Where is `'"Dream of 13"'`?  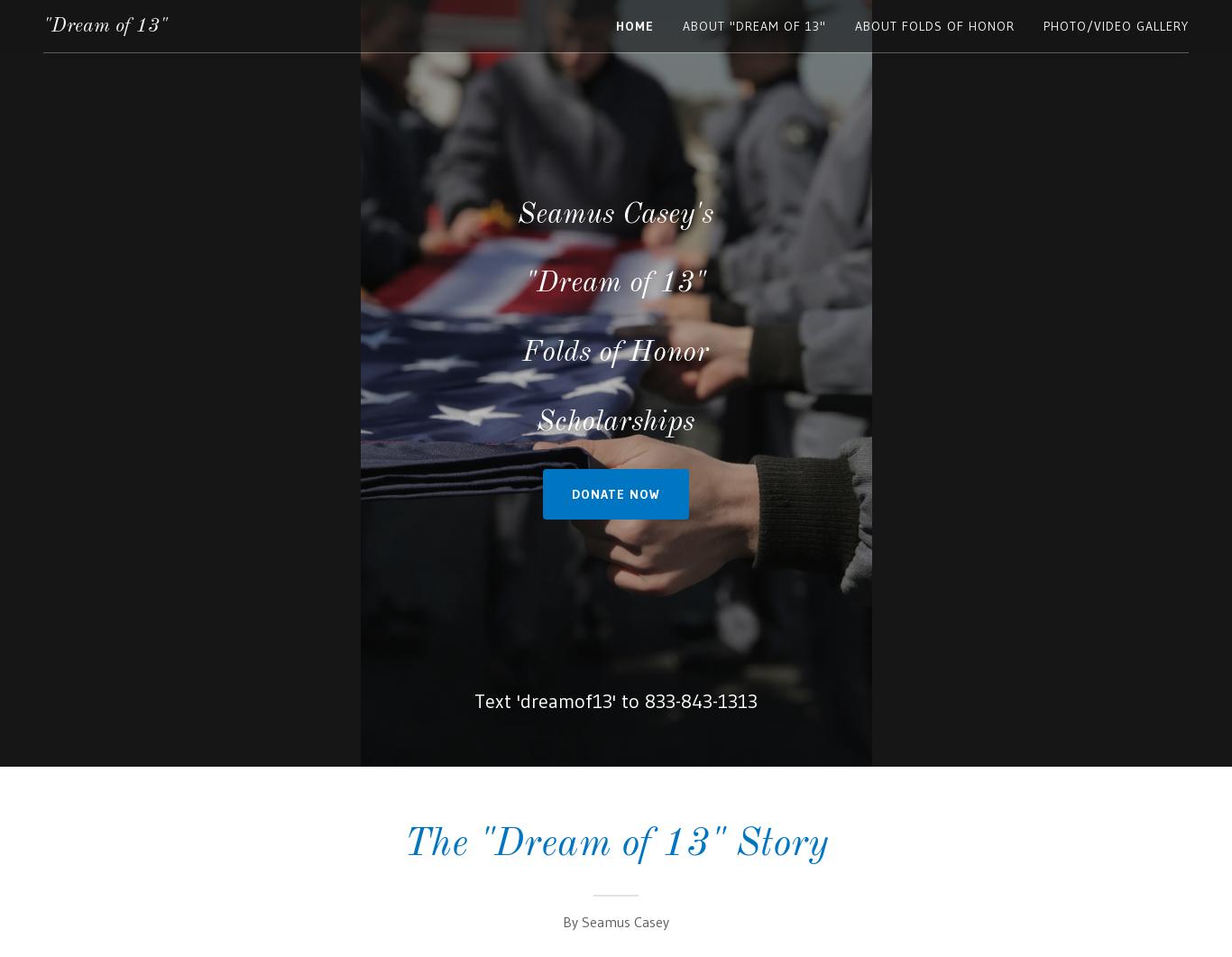 '"Dream of 13"' is located at coordinates (105, 25).